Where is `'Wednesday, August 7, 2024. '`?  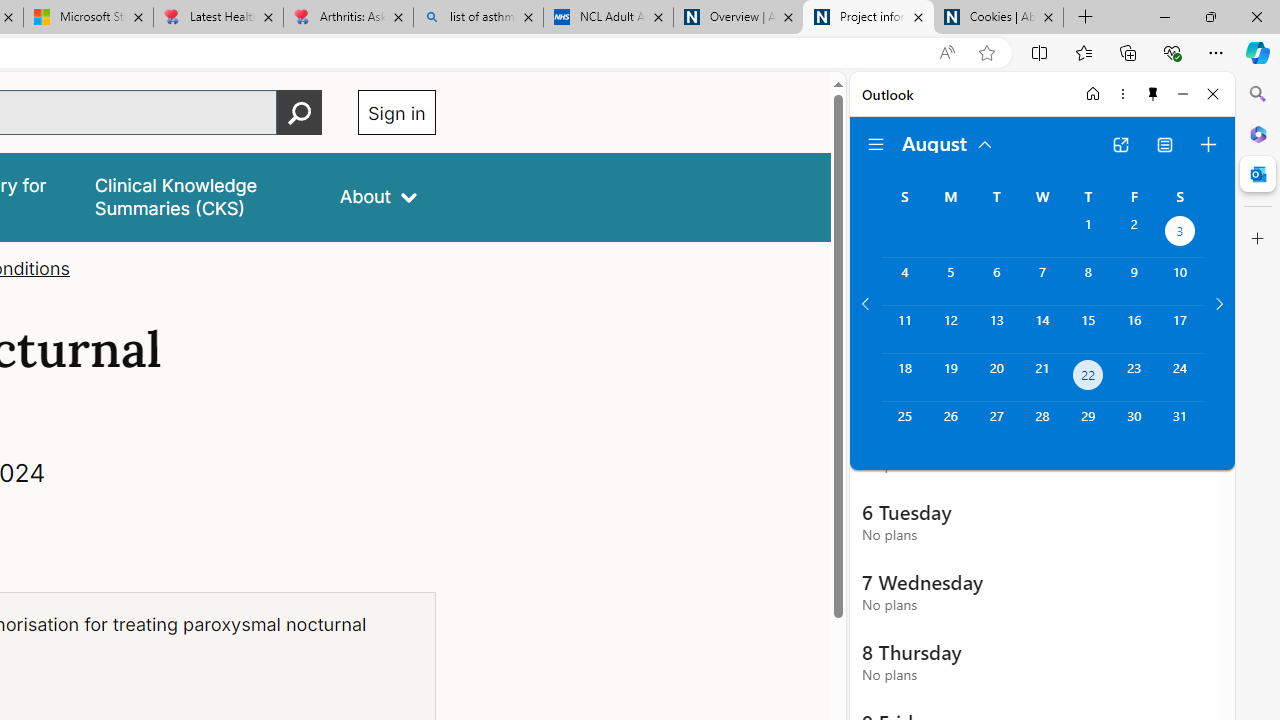 'Wednesday, August 7, 2024. ' is located at coordinates (1041, 281).